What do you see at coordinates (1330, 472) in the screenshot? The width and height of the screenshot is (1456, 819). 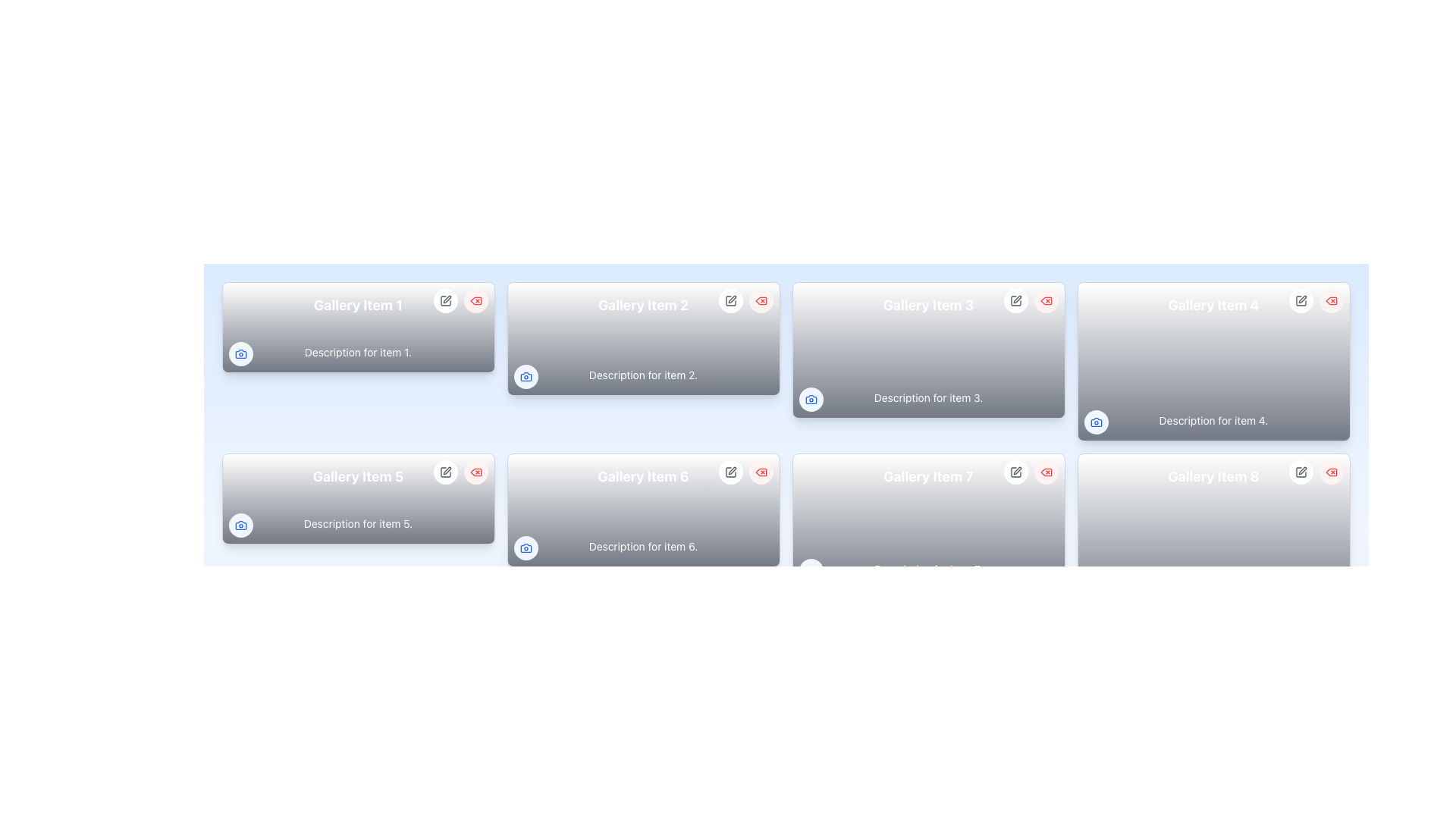 I see `the circular delete button with a light red background located at the top-right corner of the 'Gallery Item 8' card to initiate a delete action` at bounding box center [1330, 472].